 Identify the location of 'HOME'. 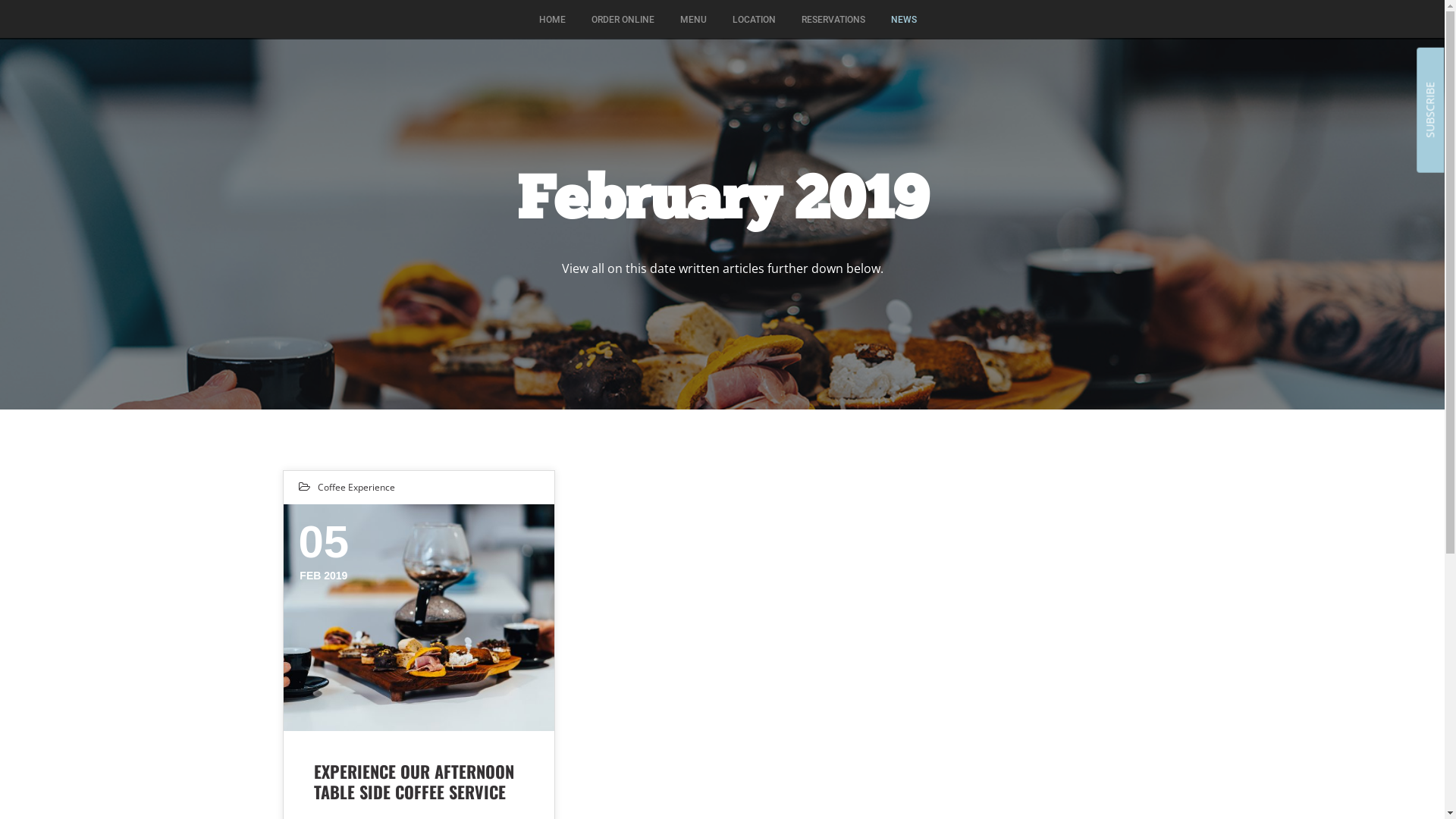
(551, 20).